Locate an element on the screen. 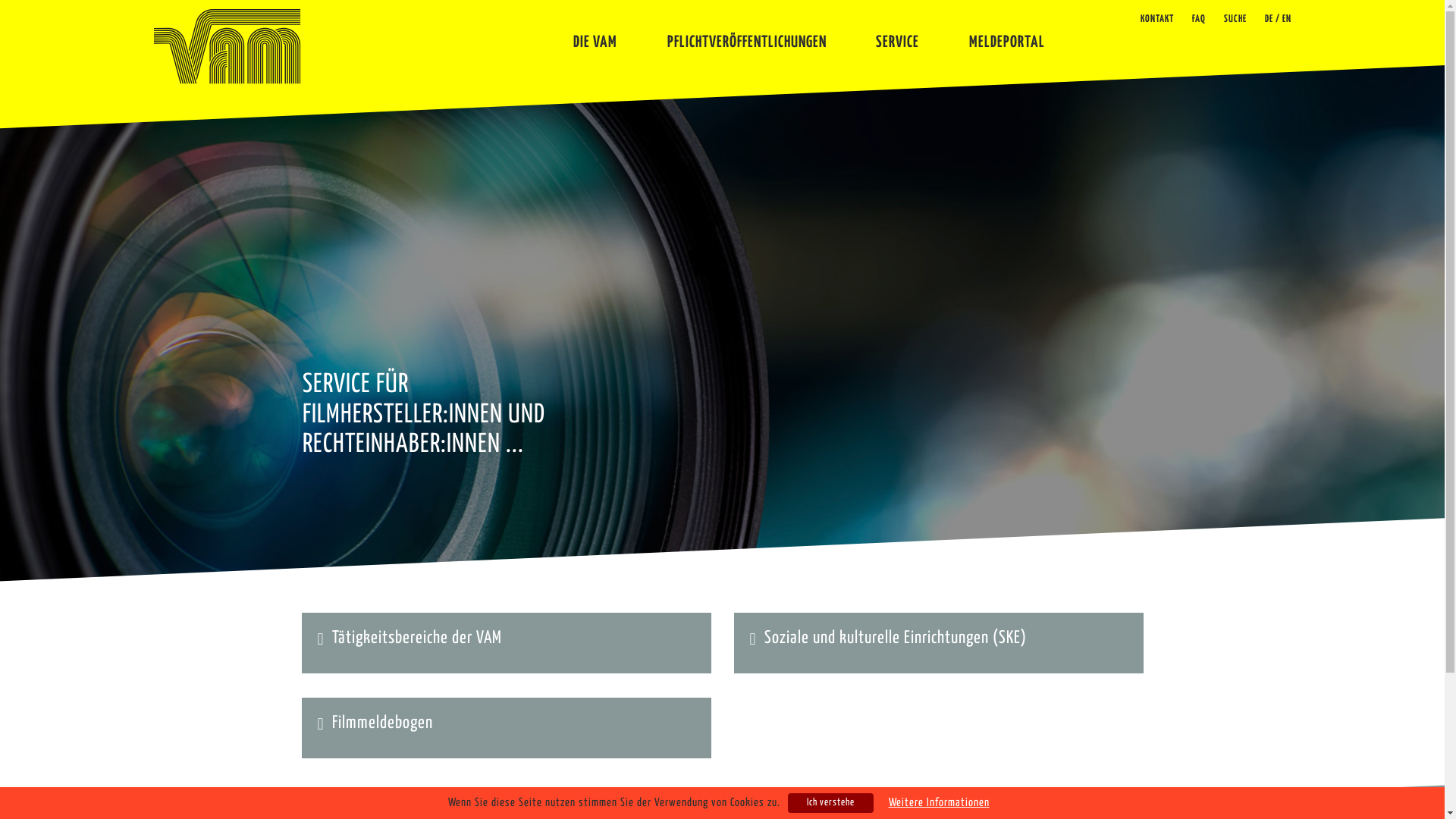 The width and height of the screenshot is (1456, 819). 'FAQ' is located at coordinates (1197, 19).